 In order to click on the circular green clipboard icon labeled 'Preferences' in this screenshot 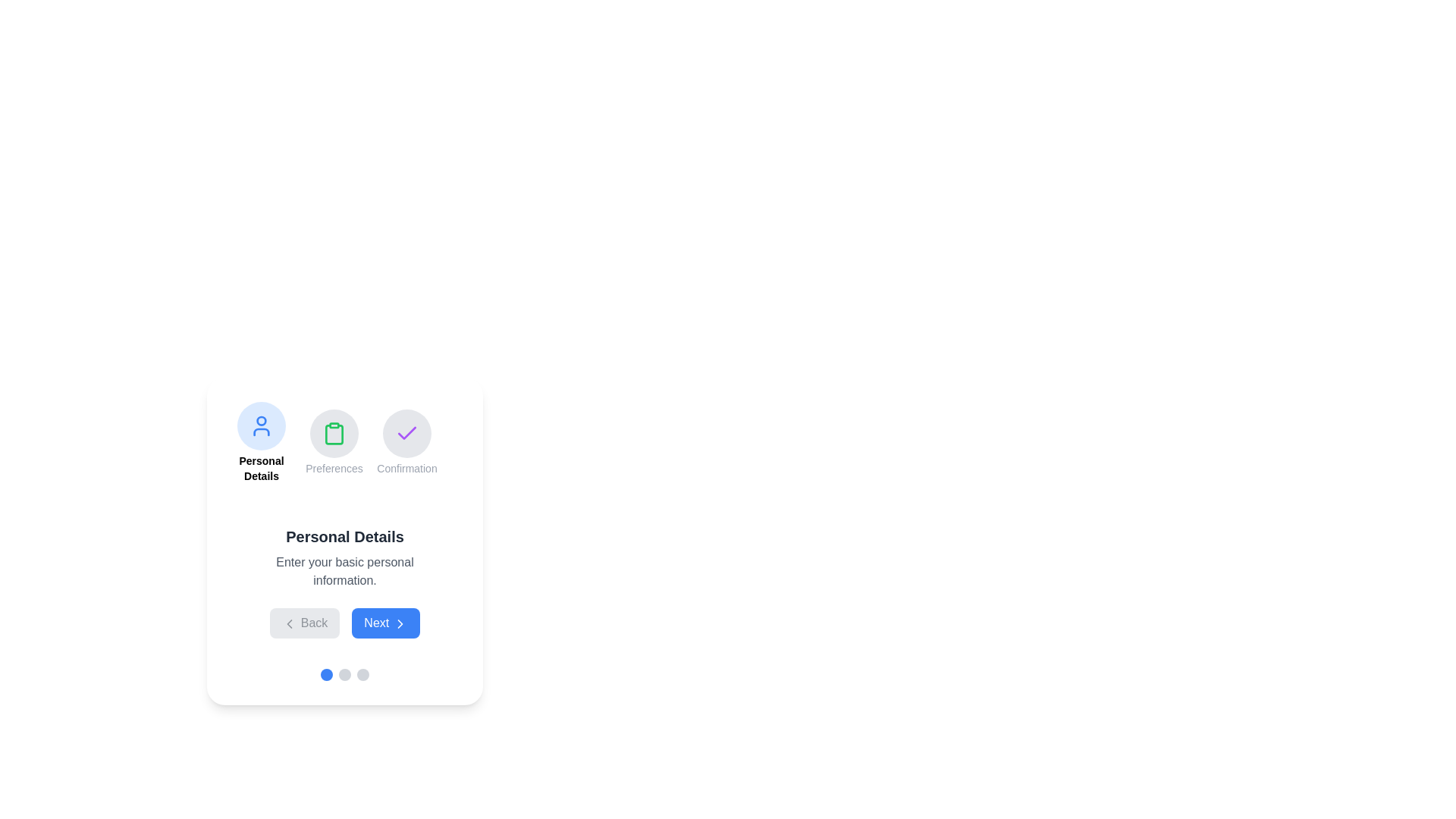, I will do `click(344, 442)`.